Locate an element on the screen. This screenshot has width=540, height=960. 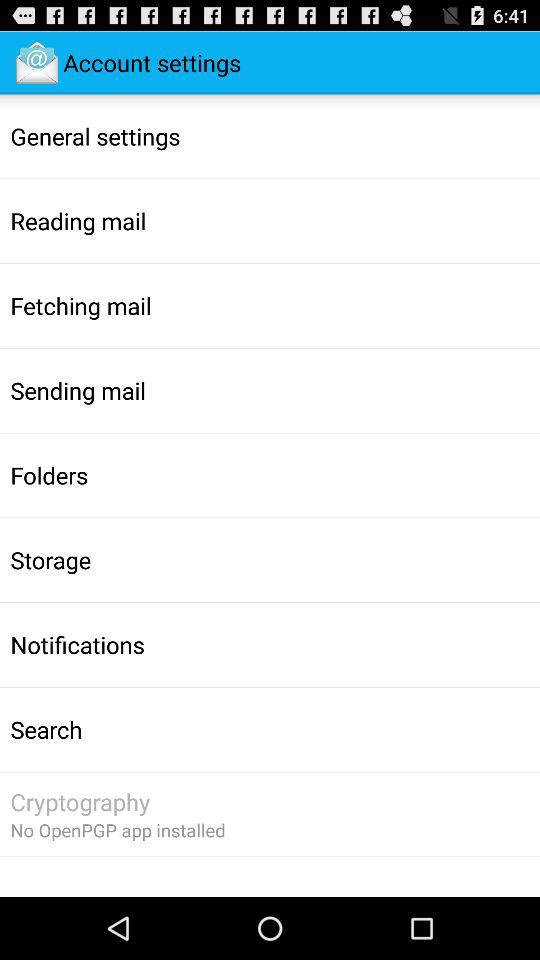
fetching mail item is located at coordinates (80, 305).